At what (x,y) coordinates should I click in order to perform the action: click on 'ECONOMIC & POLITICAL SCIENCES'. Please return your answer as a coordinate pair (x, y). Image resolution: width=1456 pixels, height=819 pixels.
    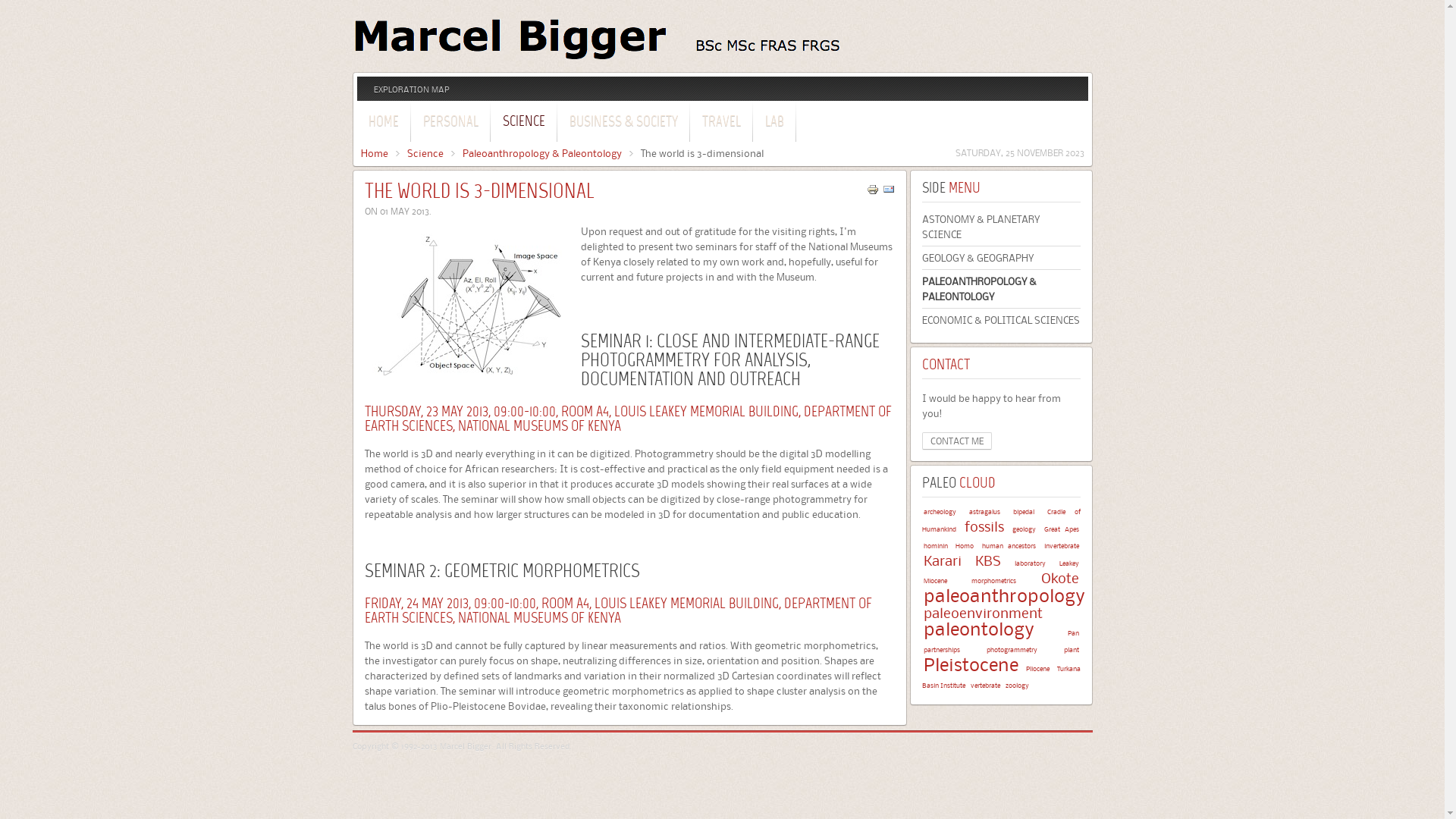
    Looking at the image, I should click on (921, 318).